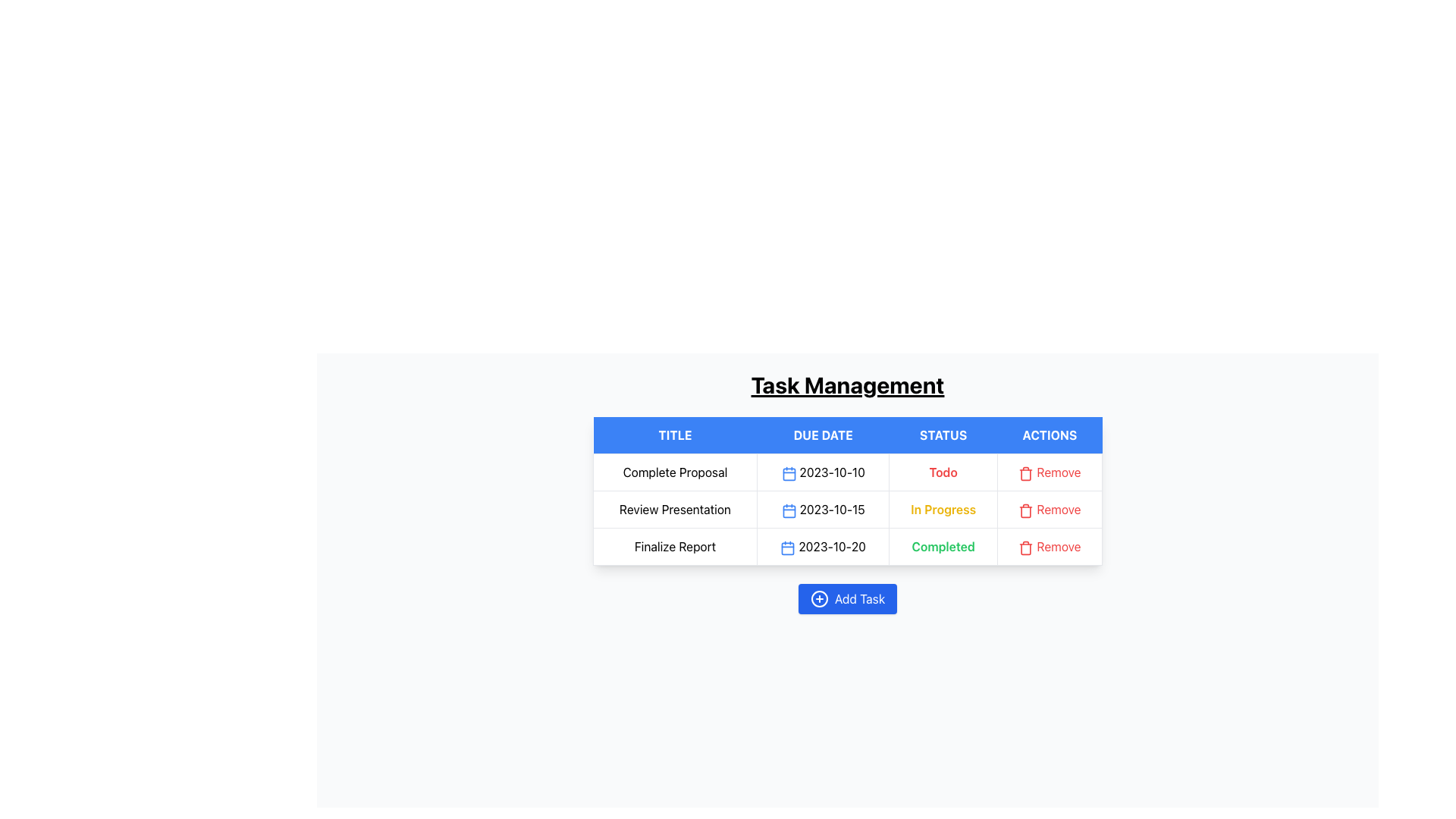 Image resolution: width=1456 pixels, height=819 pixels. I want to click on the header labeled 'Title' which has a blue background and white bold text, located at the top-left corner of the table, so click(674, 435).